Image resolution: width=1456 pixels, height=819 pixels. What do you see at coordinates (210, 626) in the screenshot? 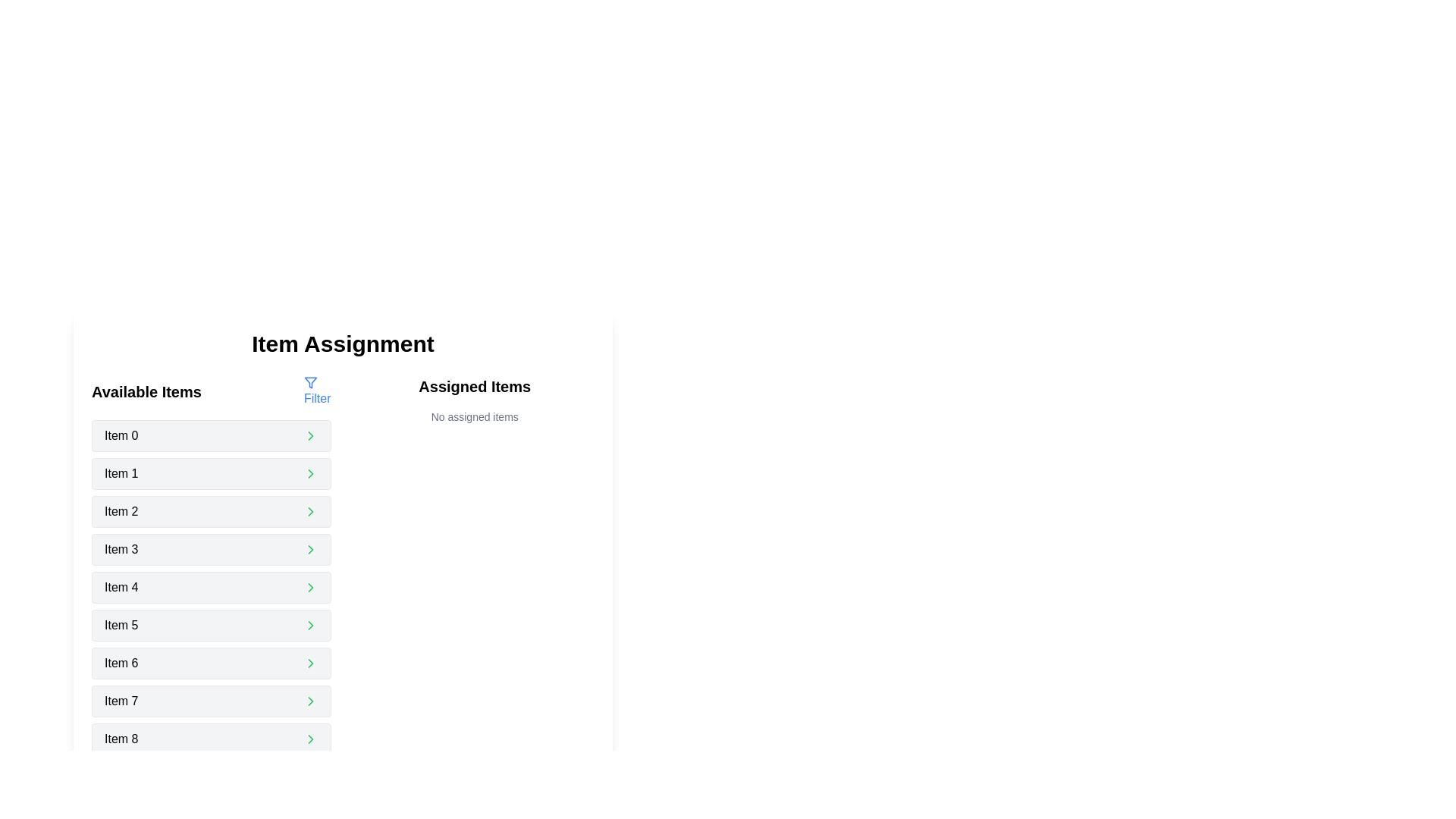
I see `keyboard navigation` at bounding box center [210, 626].